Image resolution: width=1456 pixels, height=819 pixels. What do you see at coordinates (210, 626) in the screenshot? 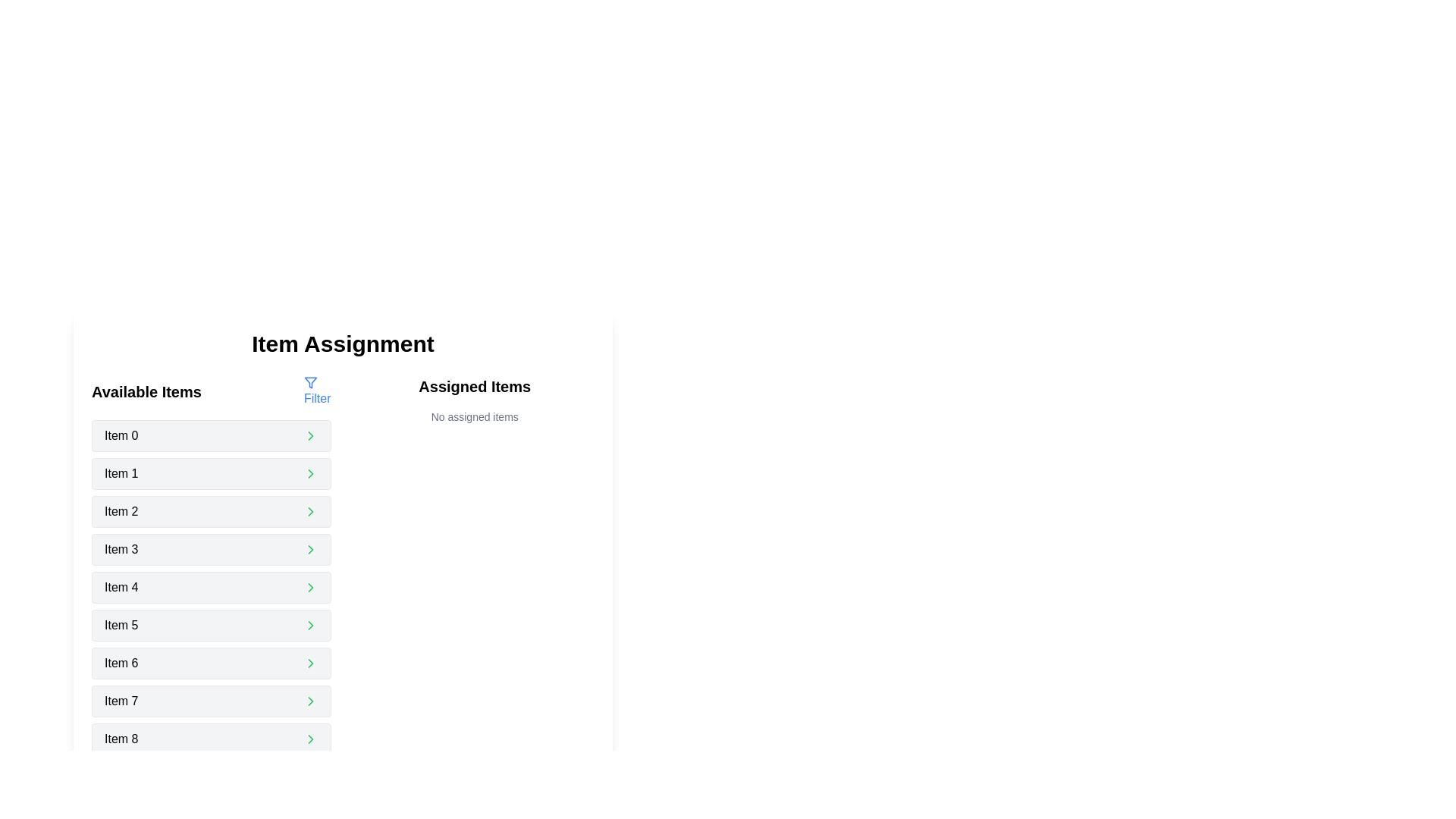
I see `keyboard navigation` at bounding box center [210, 626].